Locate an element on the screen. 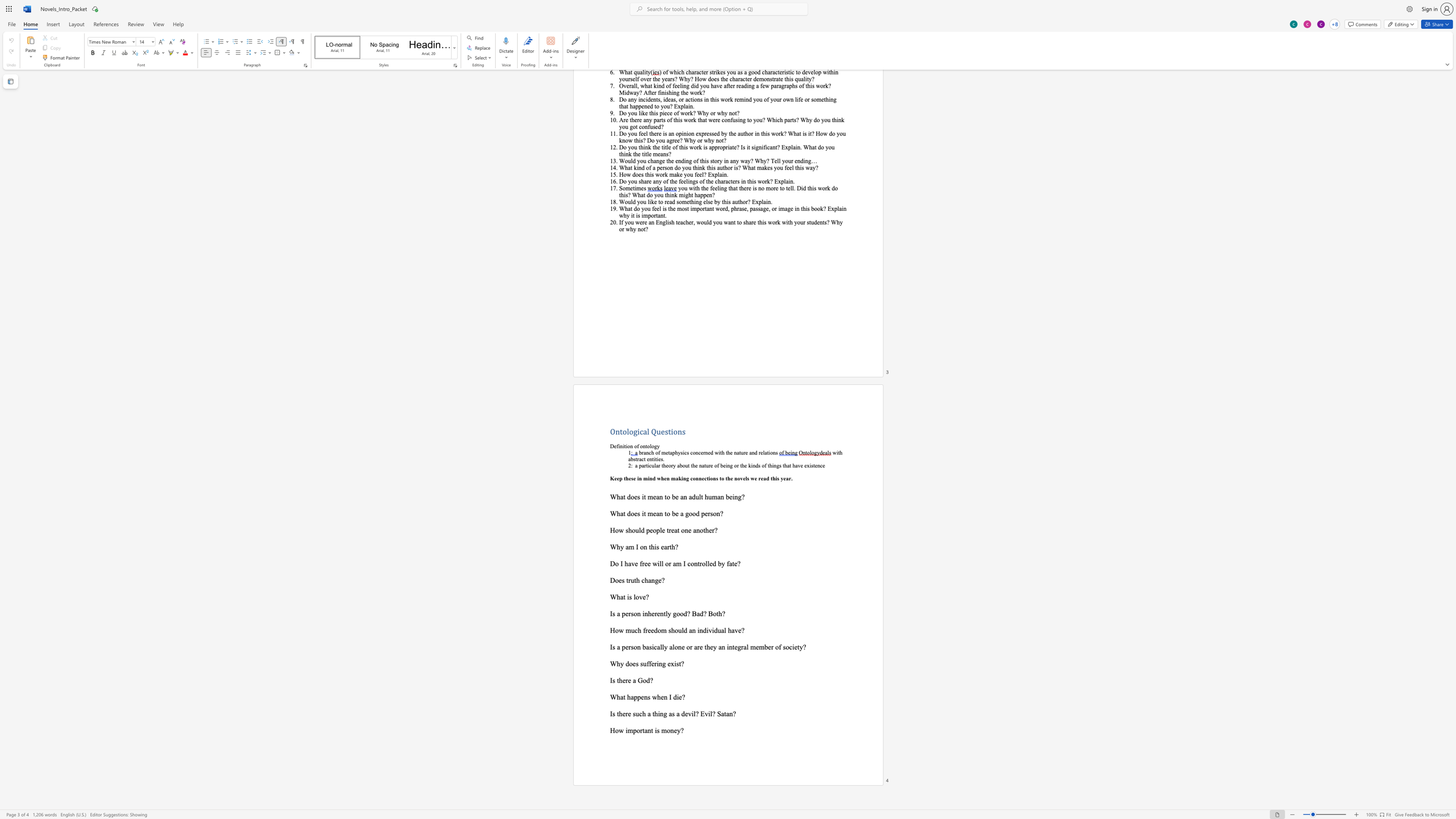 This screenshot has height=819, width=1456. the space between the continuous character "W" and "h" in the text is located at coordinates (616, 664).